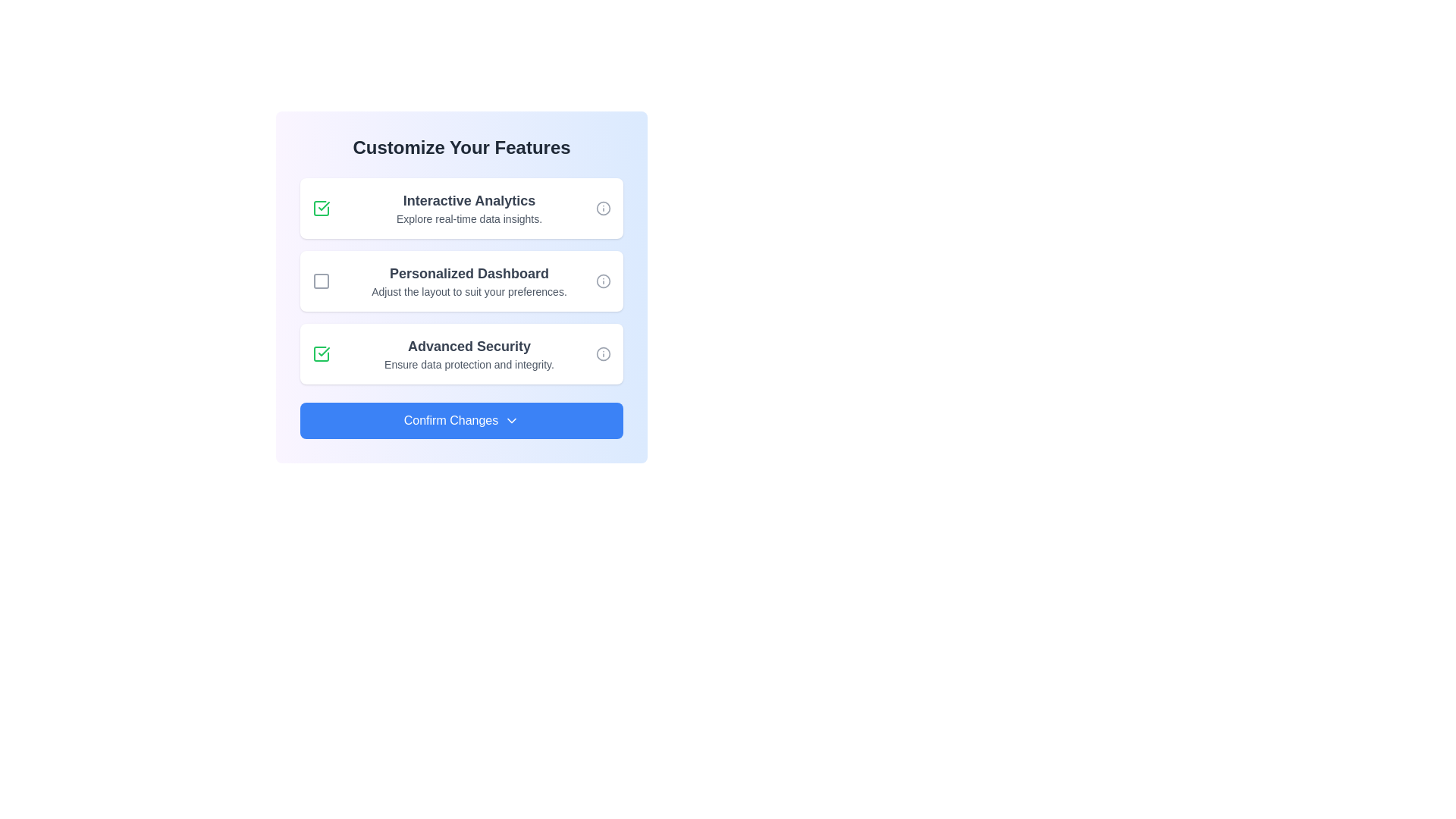 Image resolution: width=1456 pixels, height=819 pixels. What do you see at coordinates (320, 353) in the screenshot?
I see `the checkbox for 'Advanced Security'` at bounding box center [320, 353].